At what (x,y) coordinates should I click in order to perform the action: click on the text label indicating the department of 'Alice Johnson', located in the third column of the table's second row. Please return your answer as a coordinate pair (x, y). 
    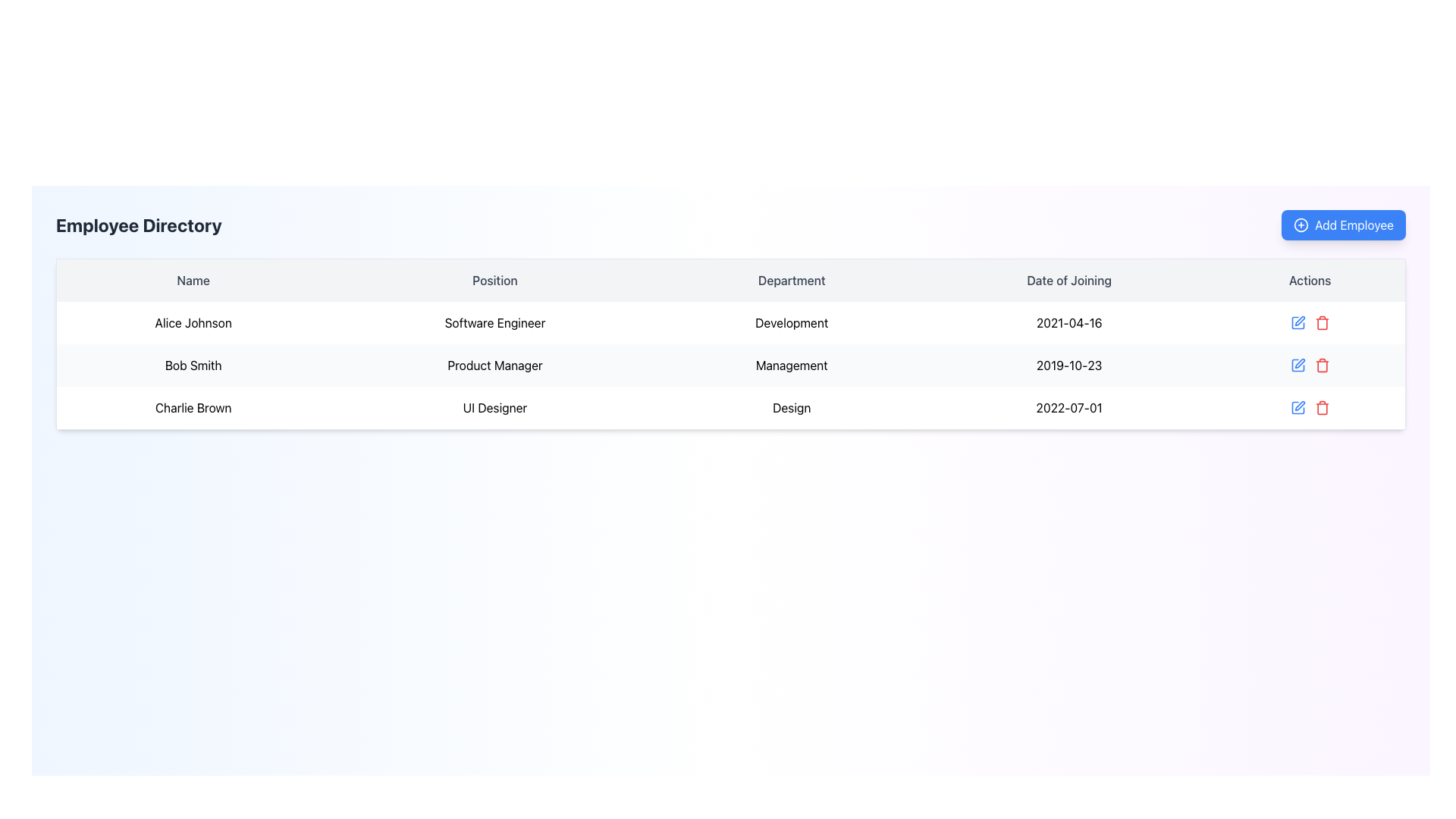
    Looking at the image, I should click on (791, 322).